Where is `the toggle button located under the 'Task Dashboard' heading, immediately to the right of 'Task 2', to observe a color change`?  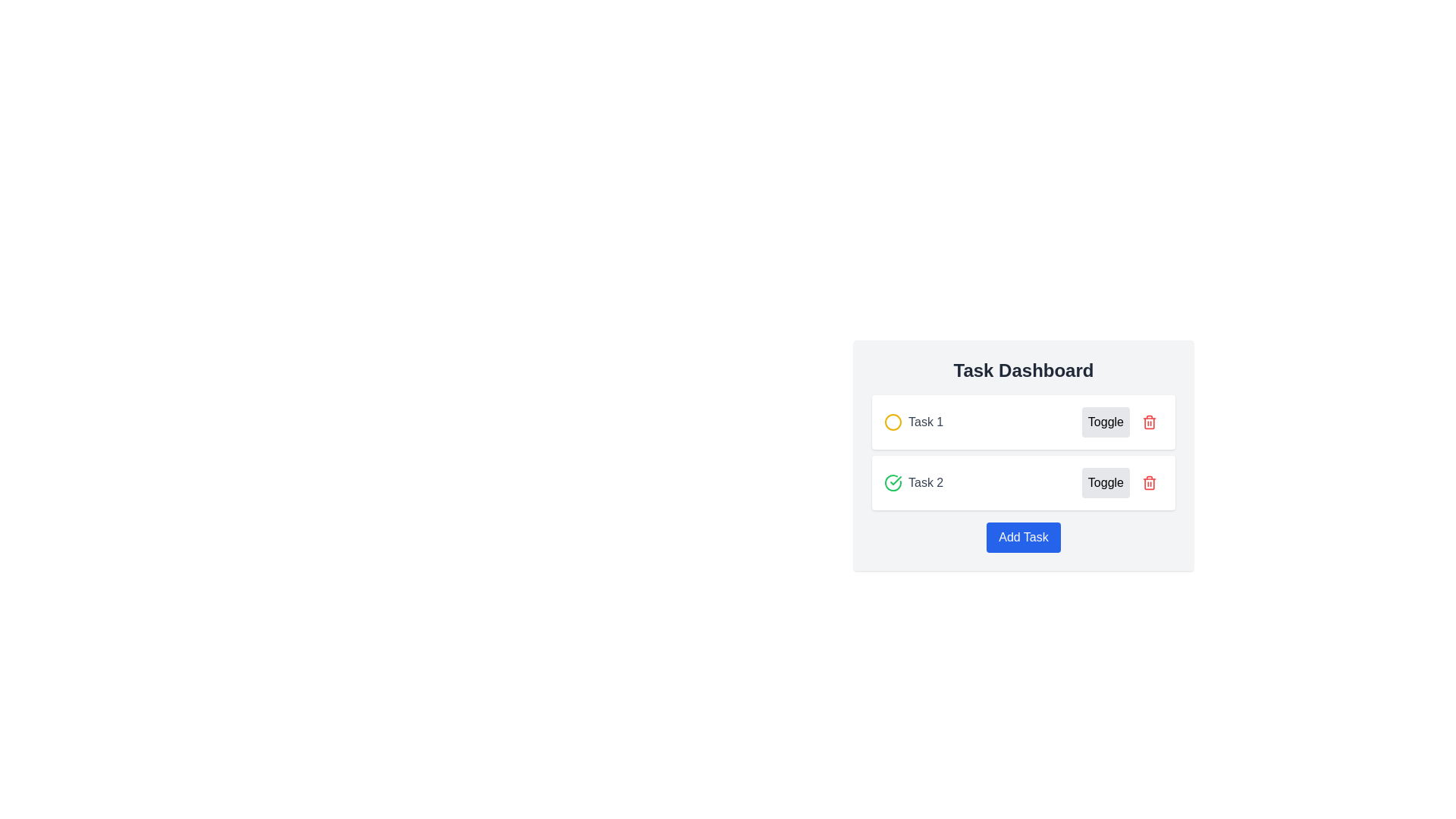
the toggle button located under the 'Task Dashboard' heading, immediately to the right of 'Task 2', to observe a color change is located at coordinates (1106, 482).